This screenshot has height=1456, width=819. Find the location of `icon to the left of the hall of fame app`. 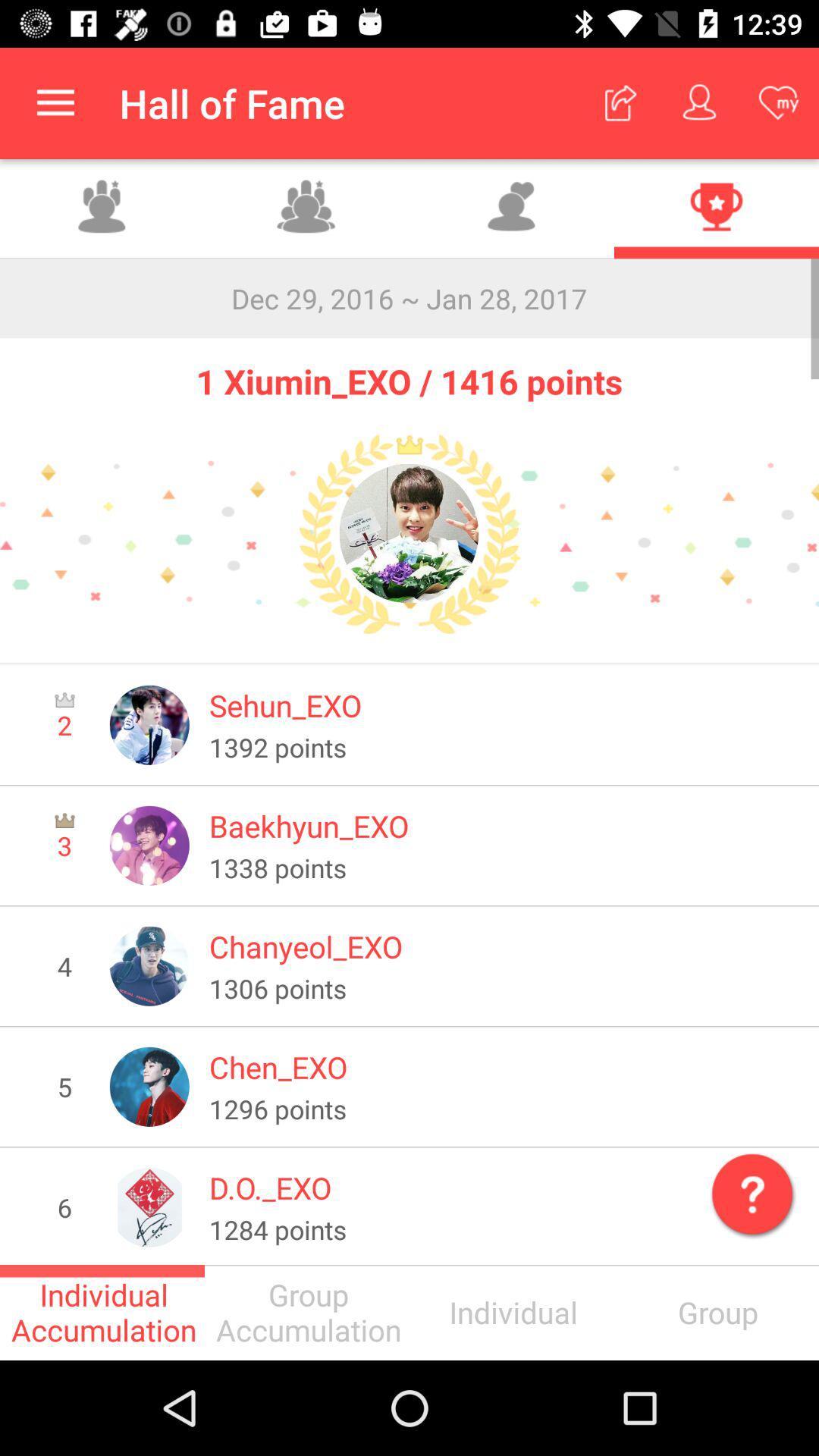

icon to the left of the hall of fame app is located at coordinates (55, 102).